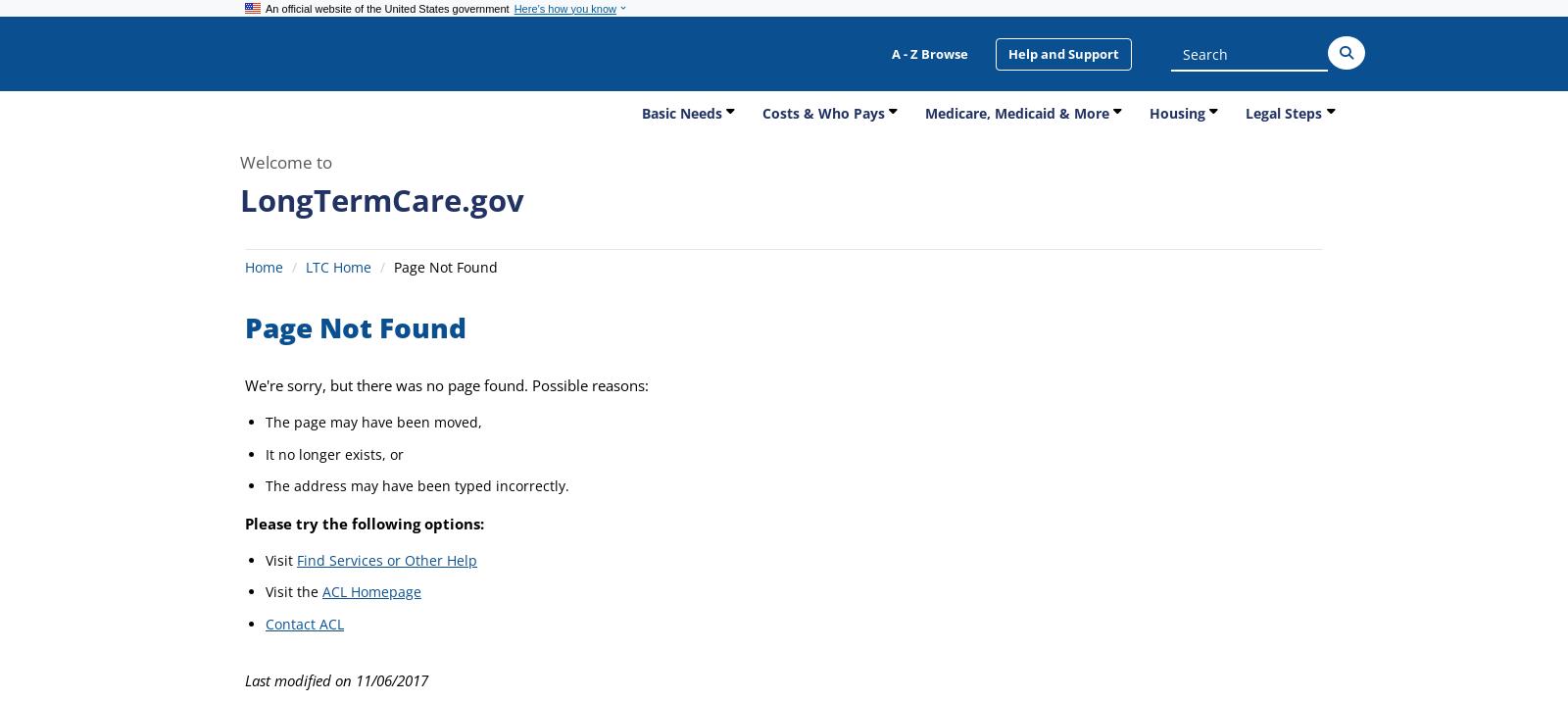  I want to click on 'It no longer exists, or', so click(266, 452).